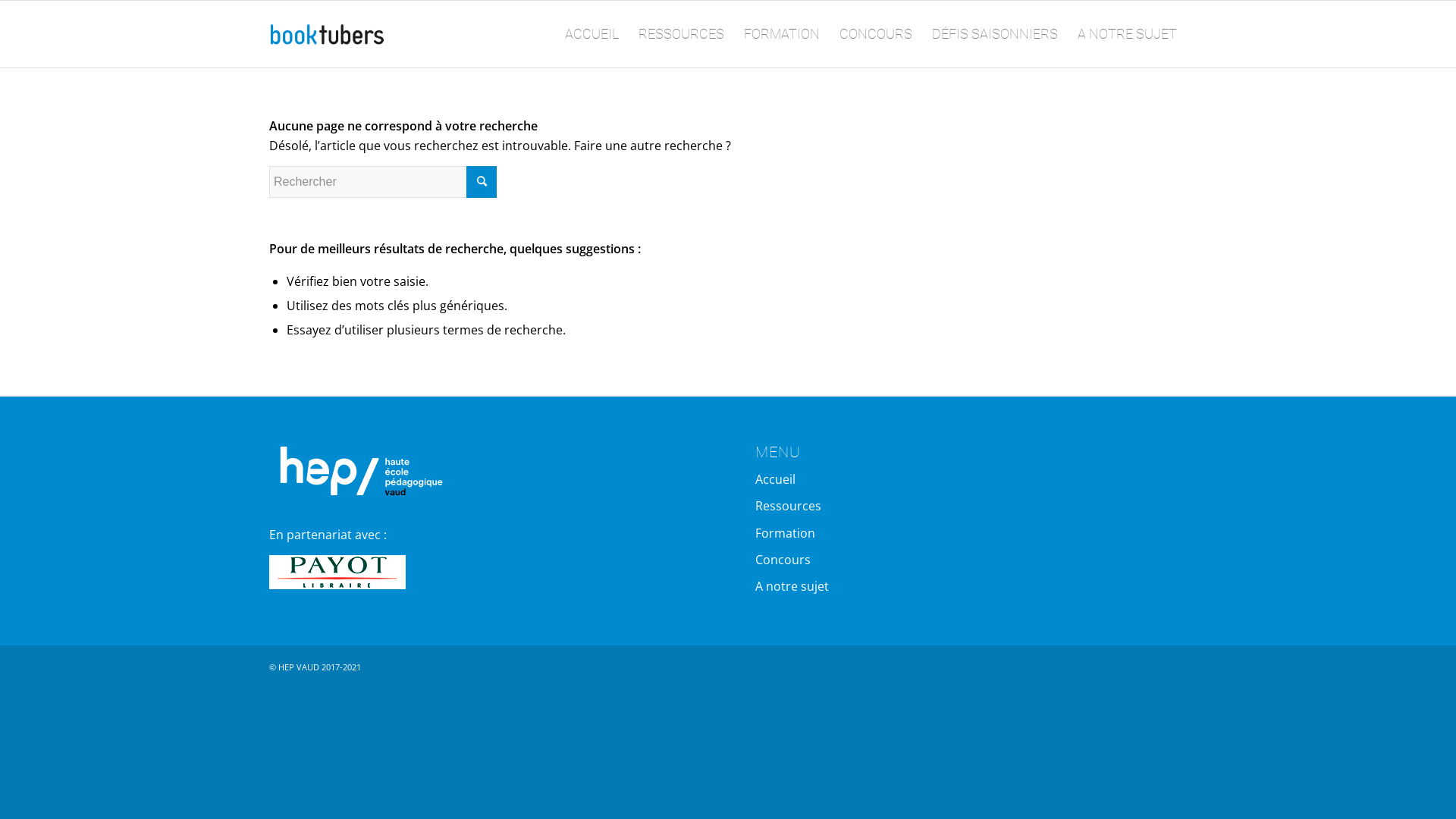 Image resolution: width=1456 pixels, height=819 pixels. What do you see at coordinates (829, 34) in the screenshot?
I see `'CONCOURS'` at bounding box center [829, 34].